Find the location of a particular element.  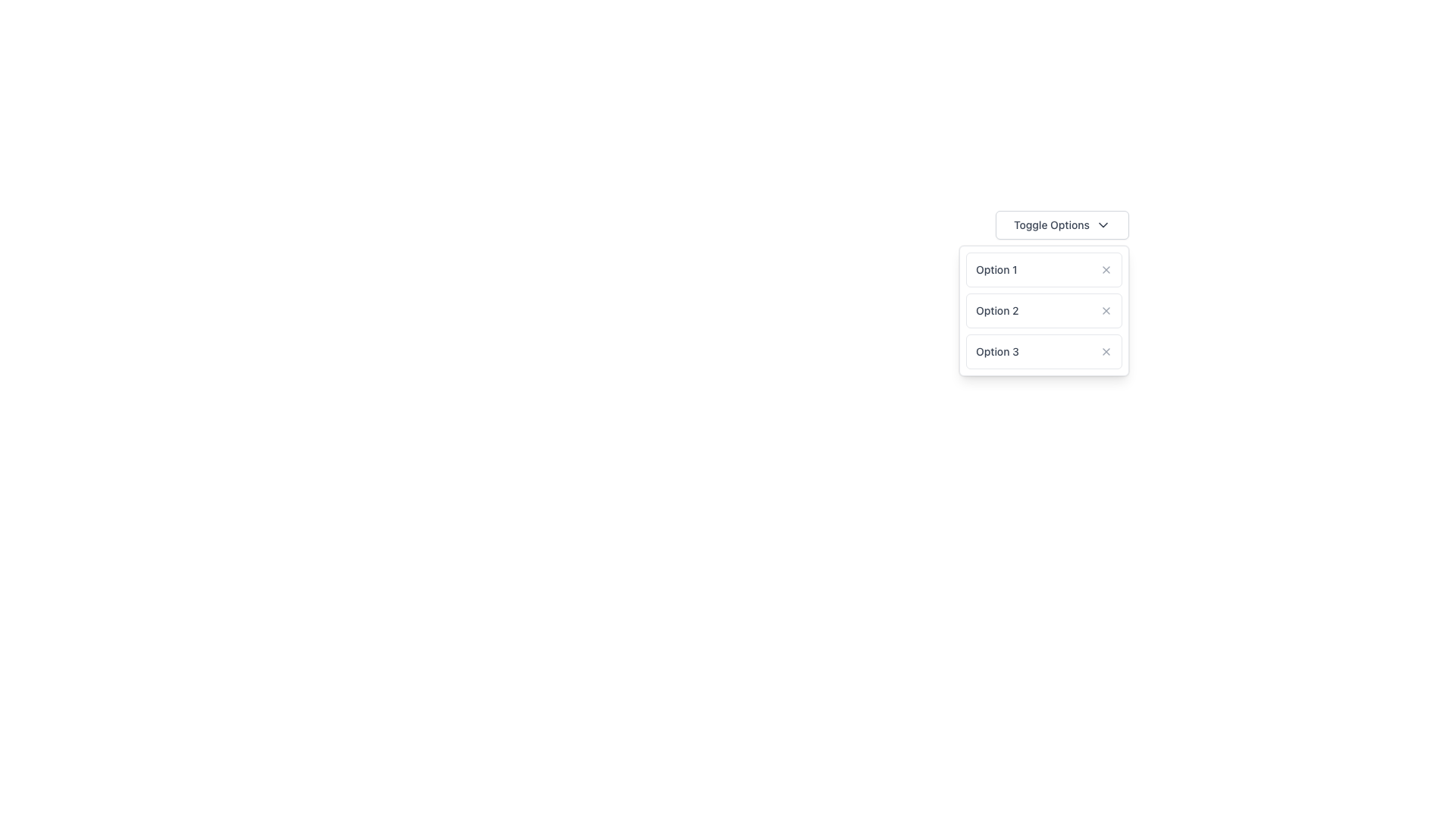

the dropdown menu is located at coordinates (996, 268).